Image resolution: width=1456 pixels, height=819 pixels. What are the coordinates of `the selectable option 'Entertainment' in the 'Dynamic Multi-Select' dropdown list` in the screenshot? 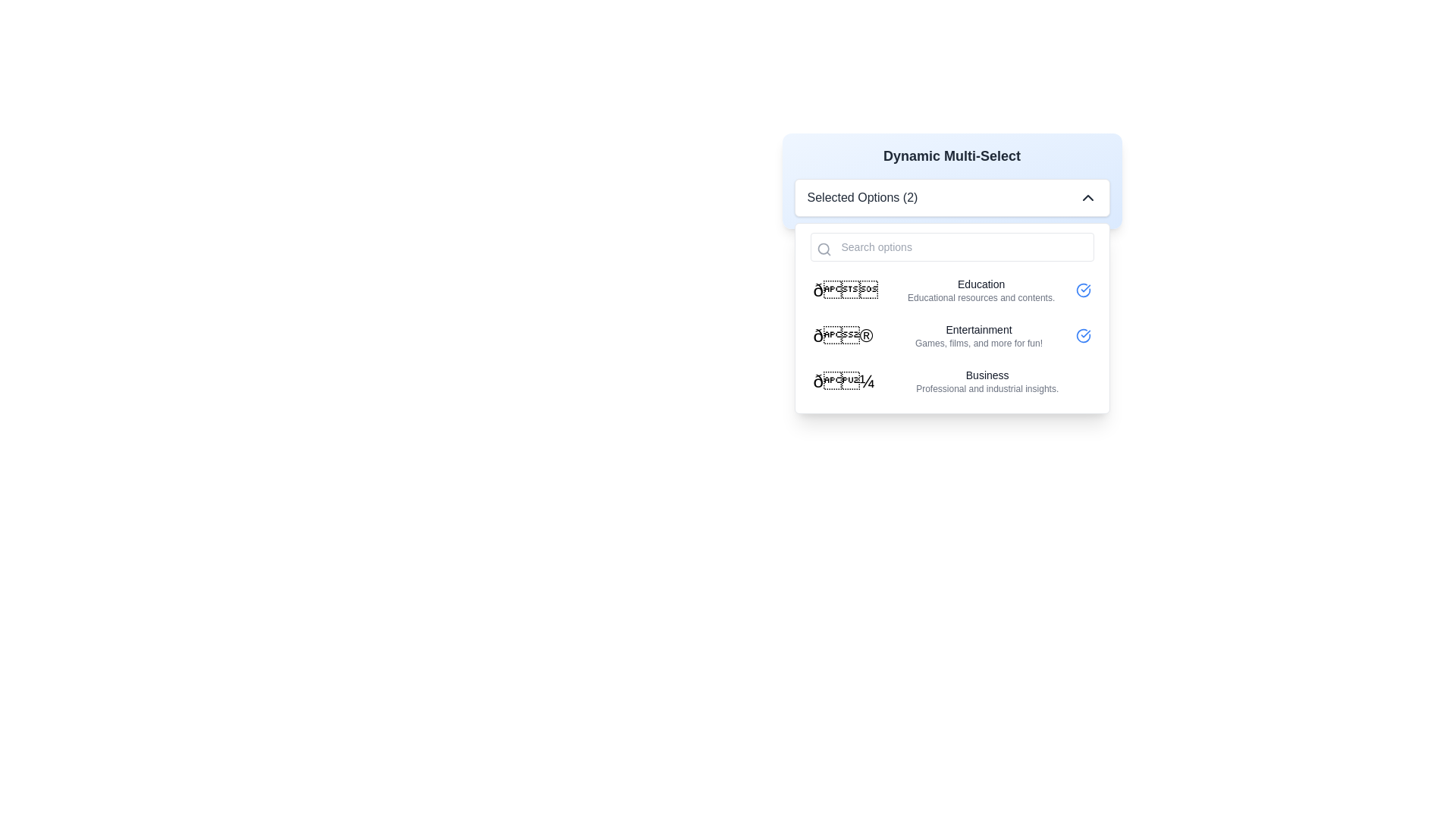 It's located at (979, 335).